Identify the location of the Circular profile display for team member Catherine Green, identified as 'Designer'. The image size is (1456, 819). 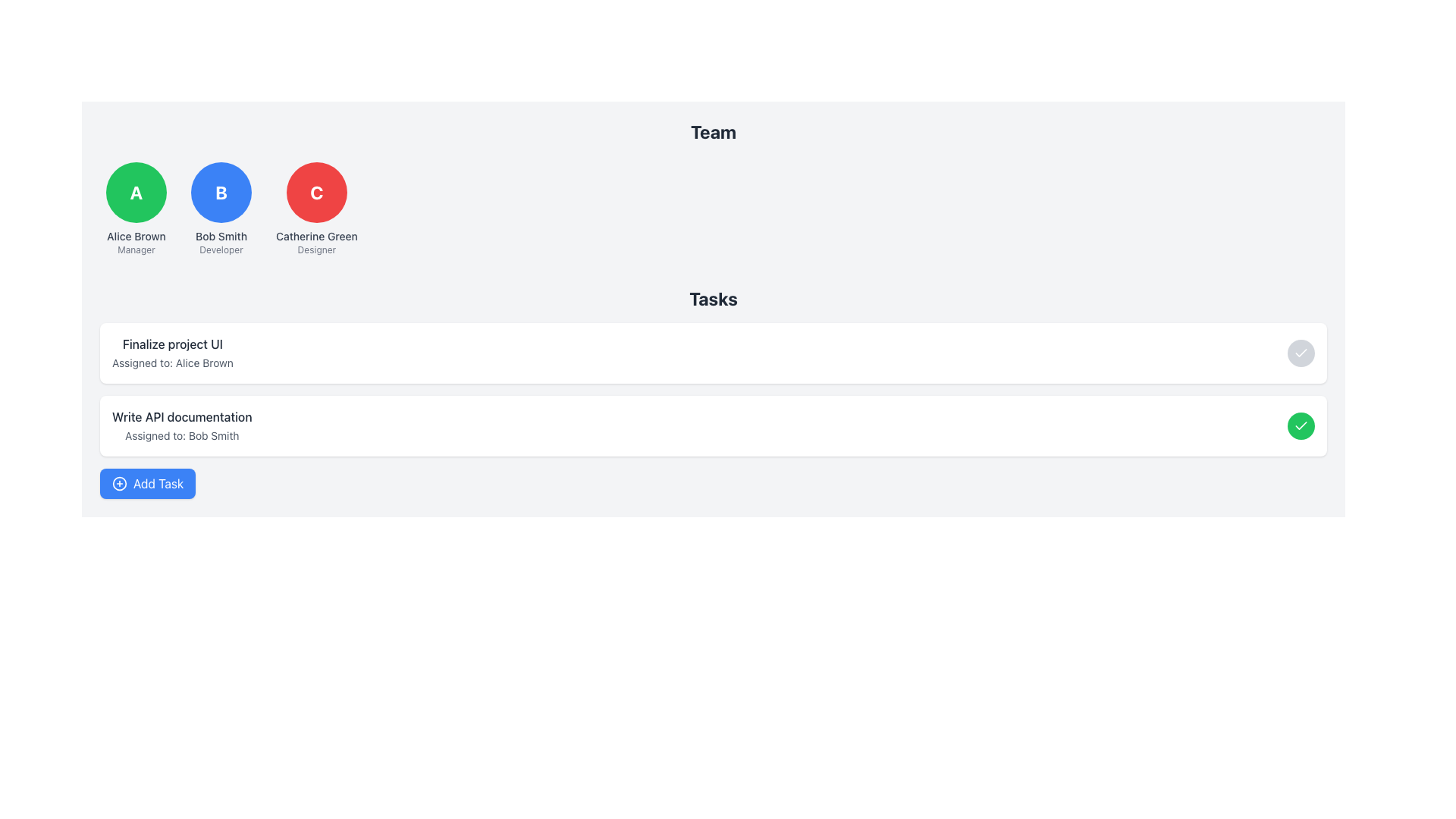
(315, 209).